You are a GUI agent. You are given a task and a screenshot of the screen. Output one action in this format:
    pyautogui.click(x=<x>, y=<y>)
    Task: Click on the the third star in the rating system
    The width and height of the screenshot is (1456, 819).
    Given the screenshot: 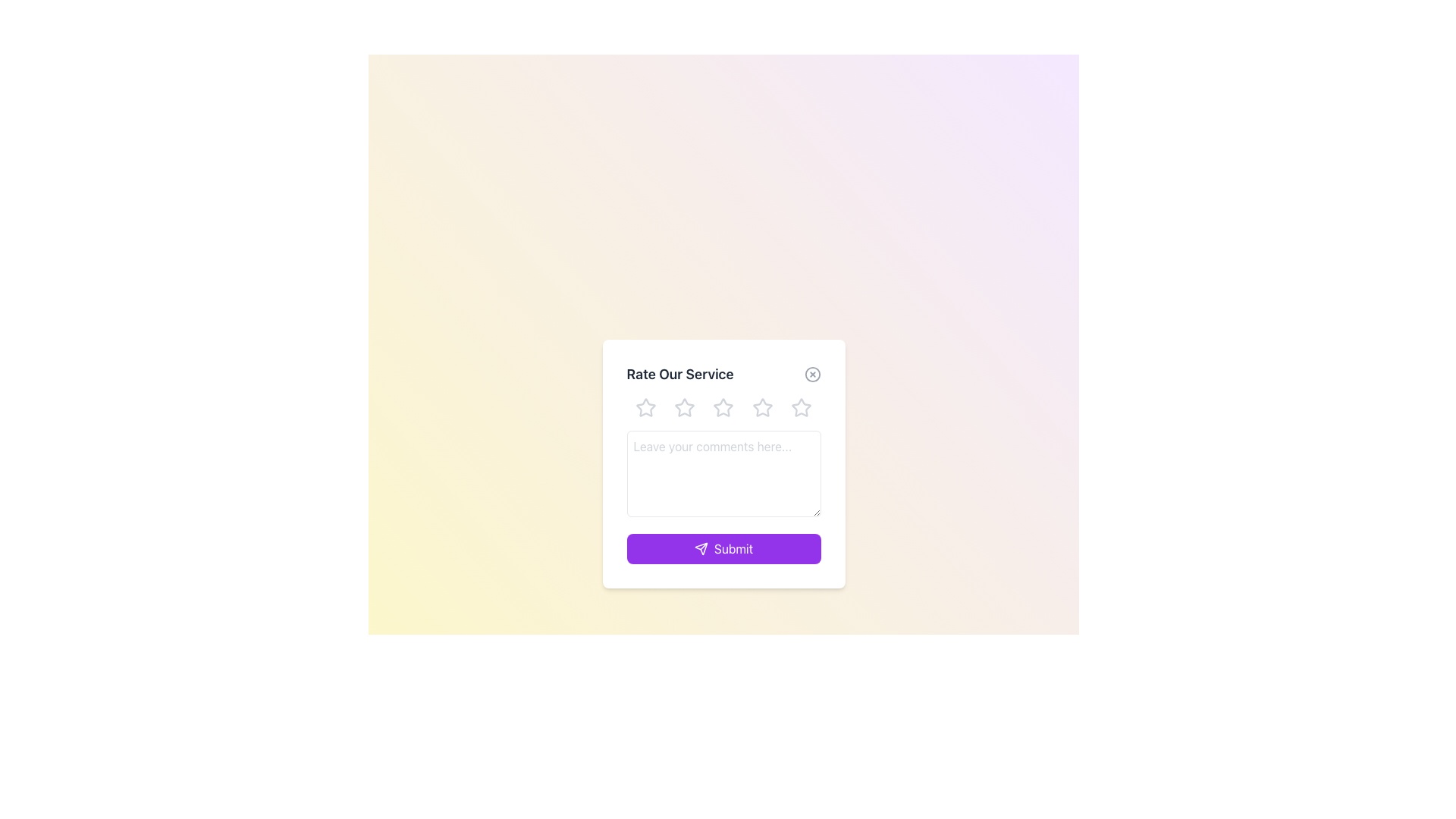 What is the action you would take?
    pyautogui.click(x=723, y=406)
    